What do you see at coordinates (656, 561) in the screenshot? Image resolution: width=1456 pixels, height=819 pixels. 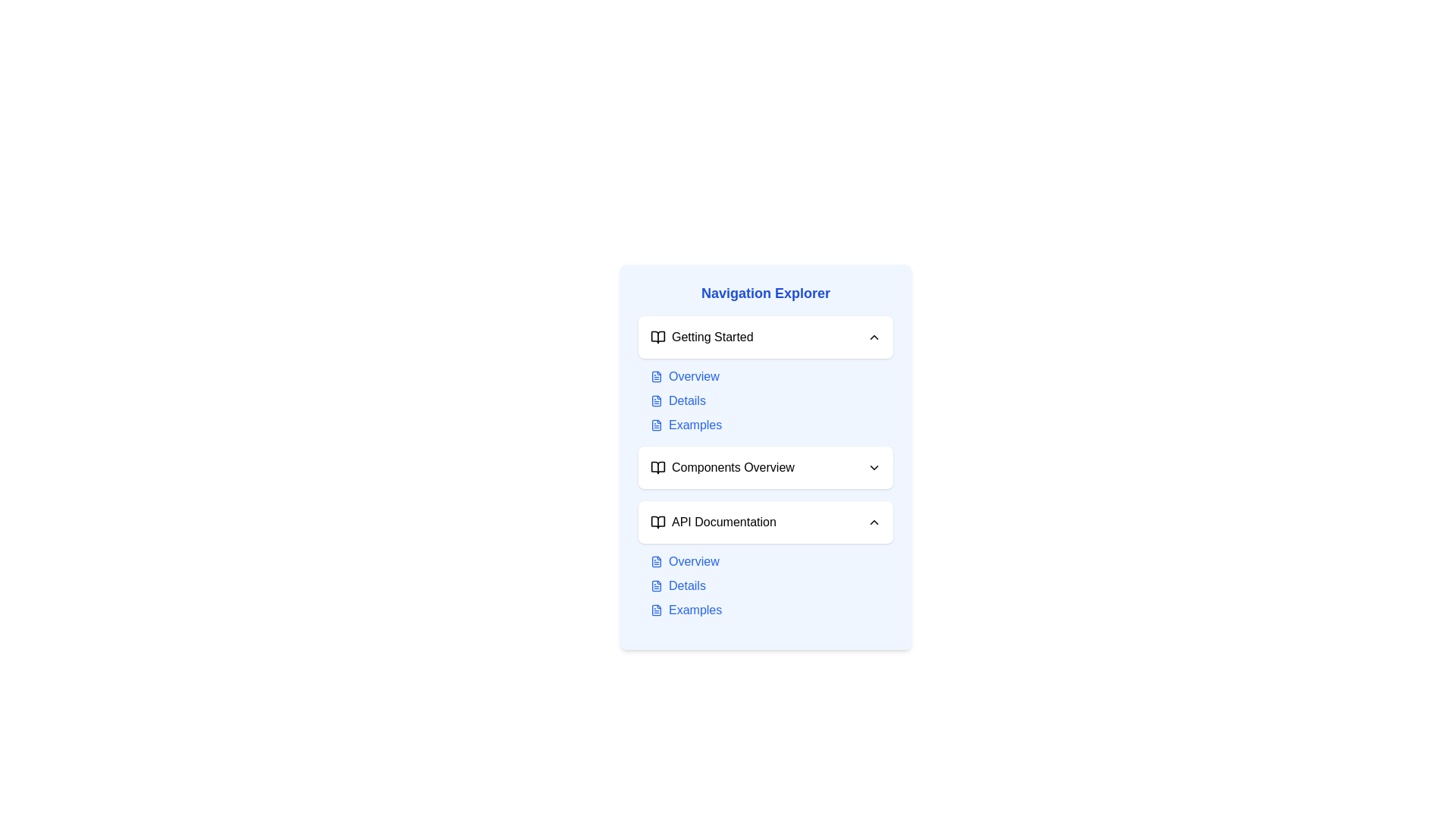 I see `the 'Overview' icon located in the 'API Documentation' section, which visually represents documentation or files` at bounding box center [656, 561].